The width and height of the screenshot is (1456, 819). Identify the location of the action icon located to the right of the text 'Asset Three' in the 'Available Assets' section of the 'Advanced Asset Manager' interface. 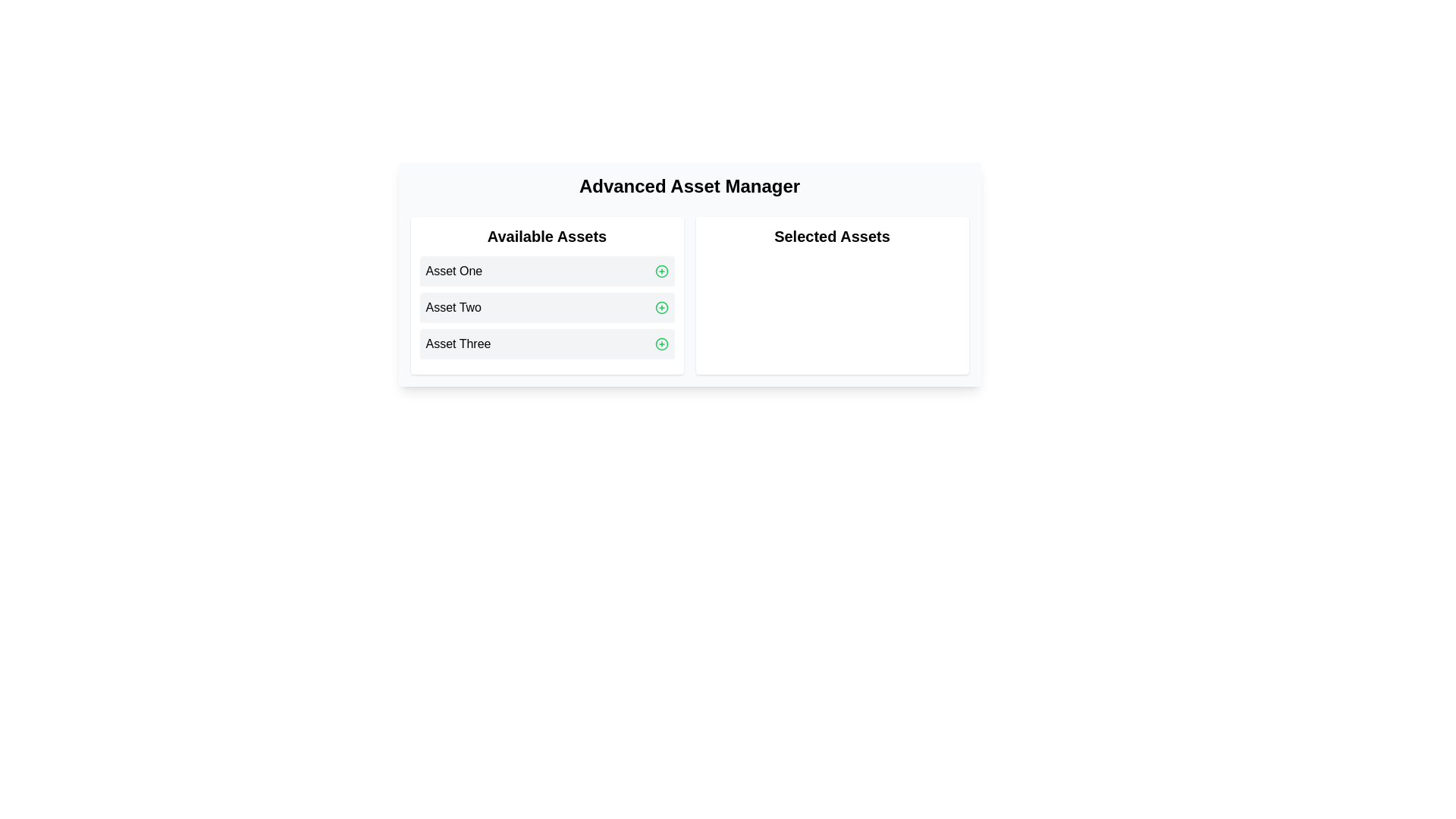
(661, 344).